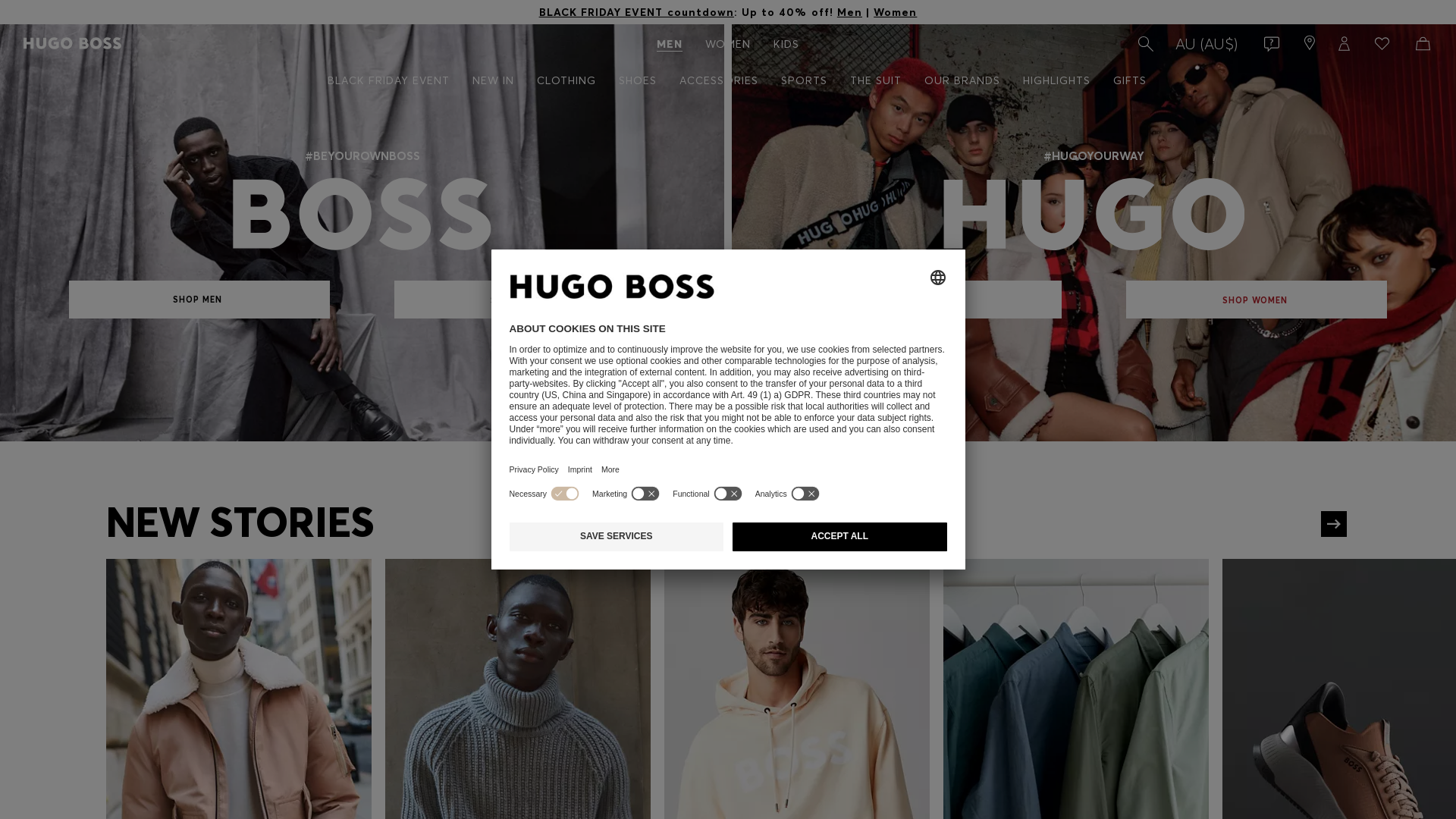 This screenshot has height=819, width=1456. I want to click on 'Need assistance?', so click(1267, 43).